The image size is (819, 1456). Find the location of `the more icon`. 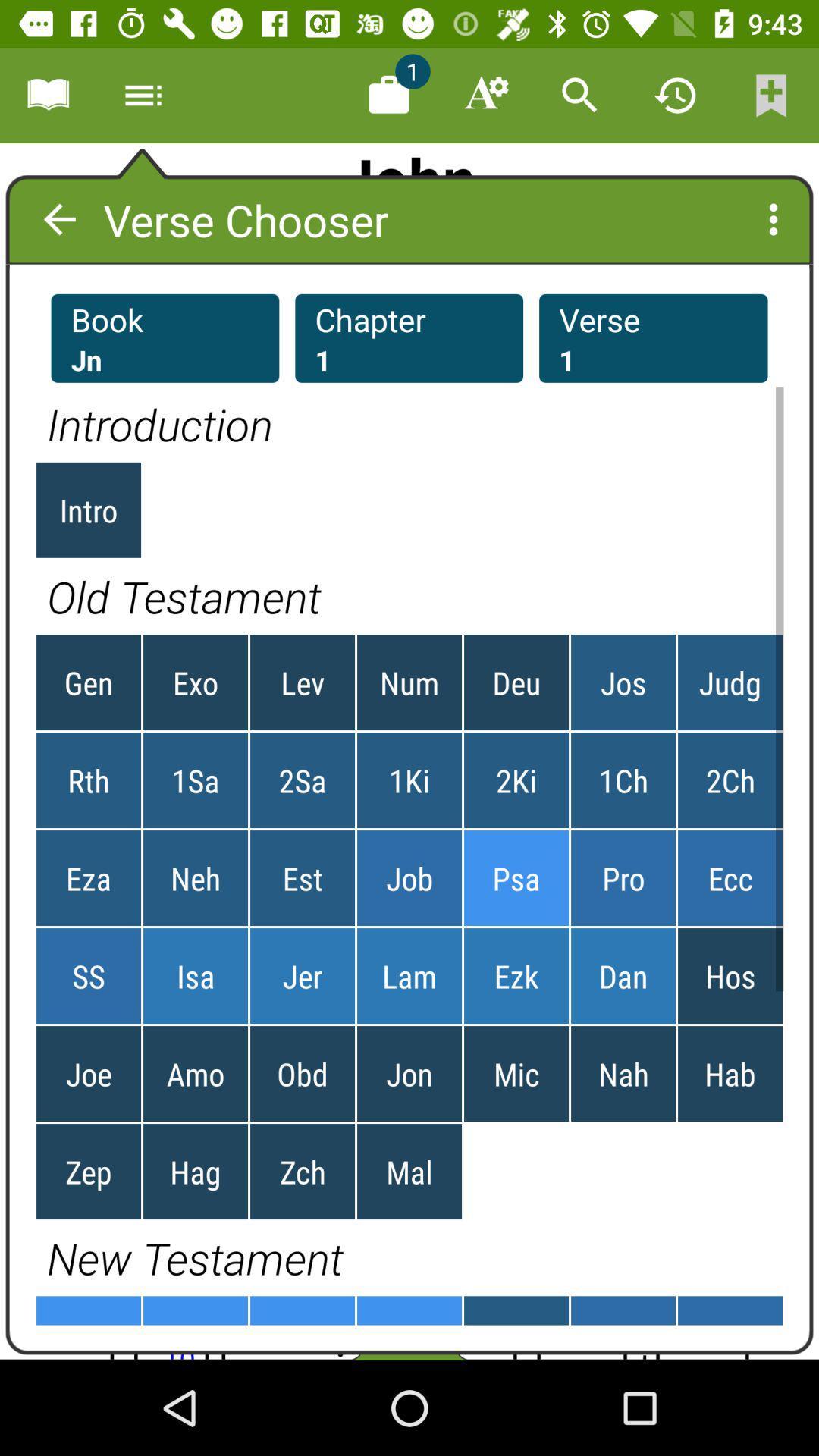

the more icon is located at coordinates (773, 218).